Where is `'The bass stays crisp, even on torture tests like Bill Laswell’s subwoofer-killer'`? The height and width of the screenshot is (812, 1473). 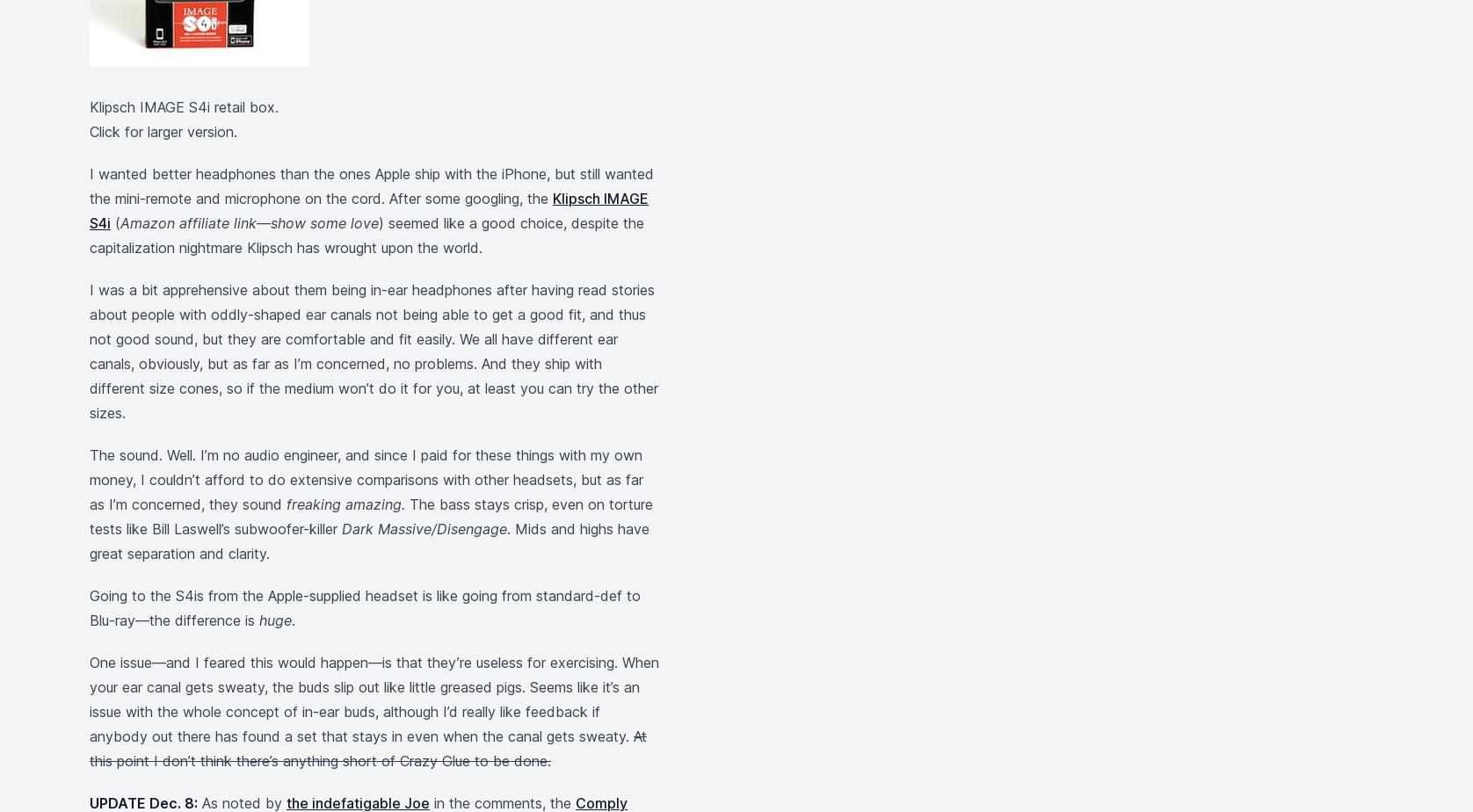
'The bass stays crisp, even on torture tests like Bill Laswell’s subwoofer-killer' is located at coordinates (90, 517).